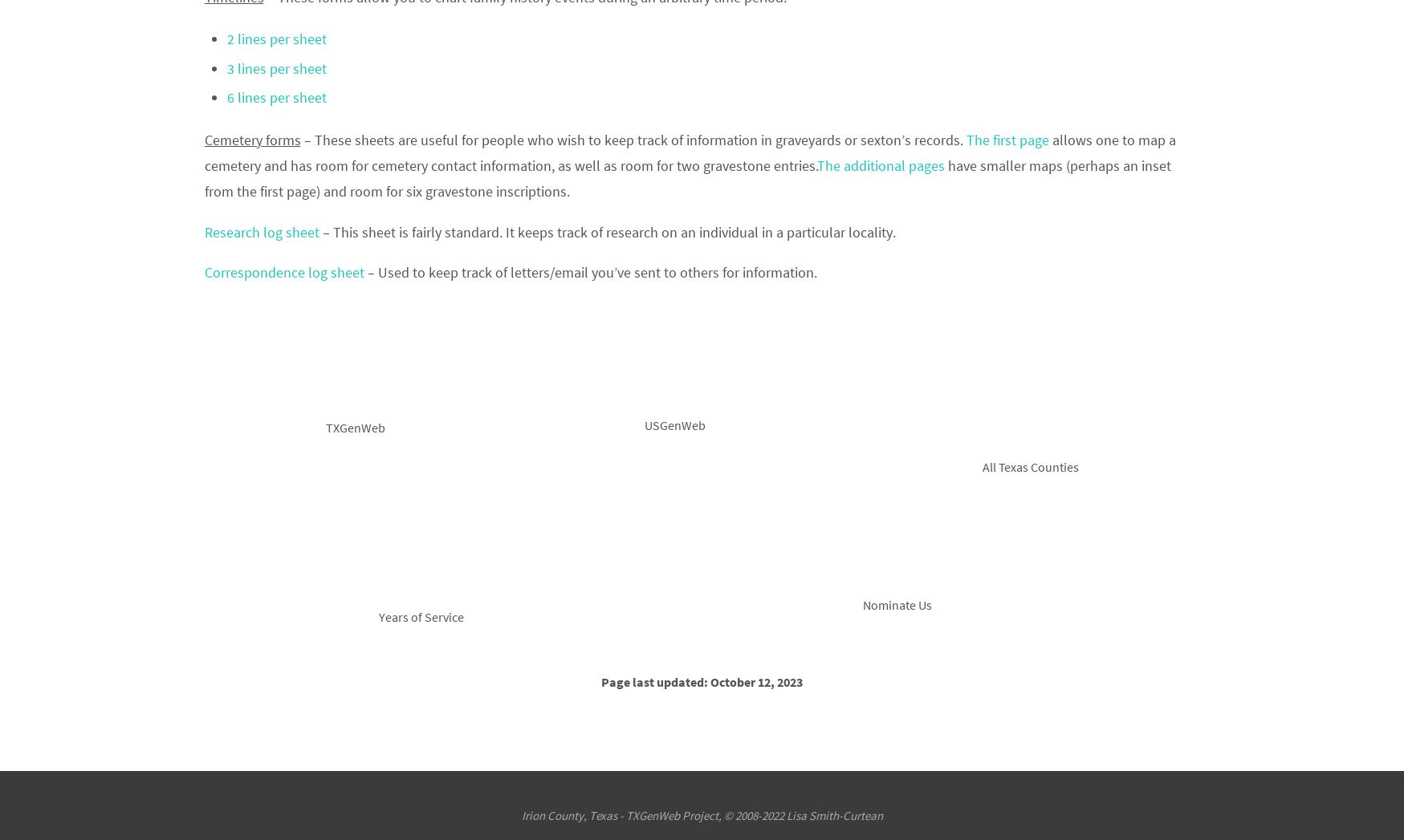 The width and height of the screenshot is (1404, 840). I want to click on 'Correspondence log sheet', so click(285, 272).